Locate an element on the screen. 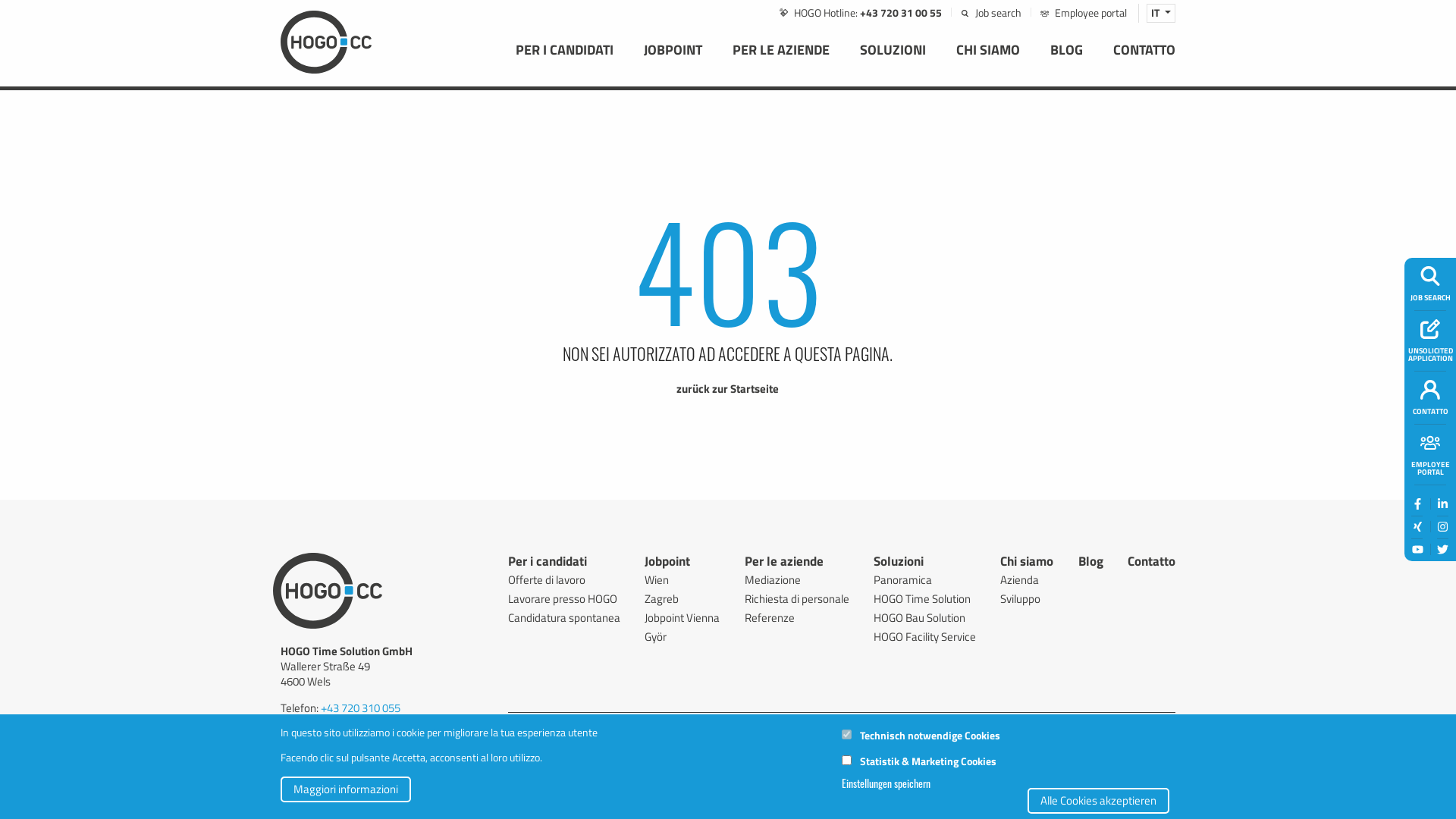 This screenshot has width=1456, height=819. 'Xing' is located at coordinates (1417, 526).